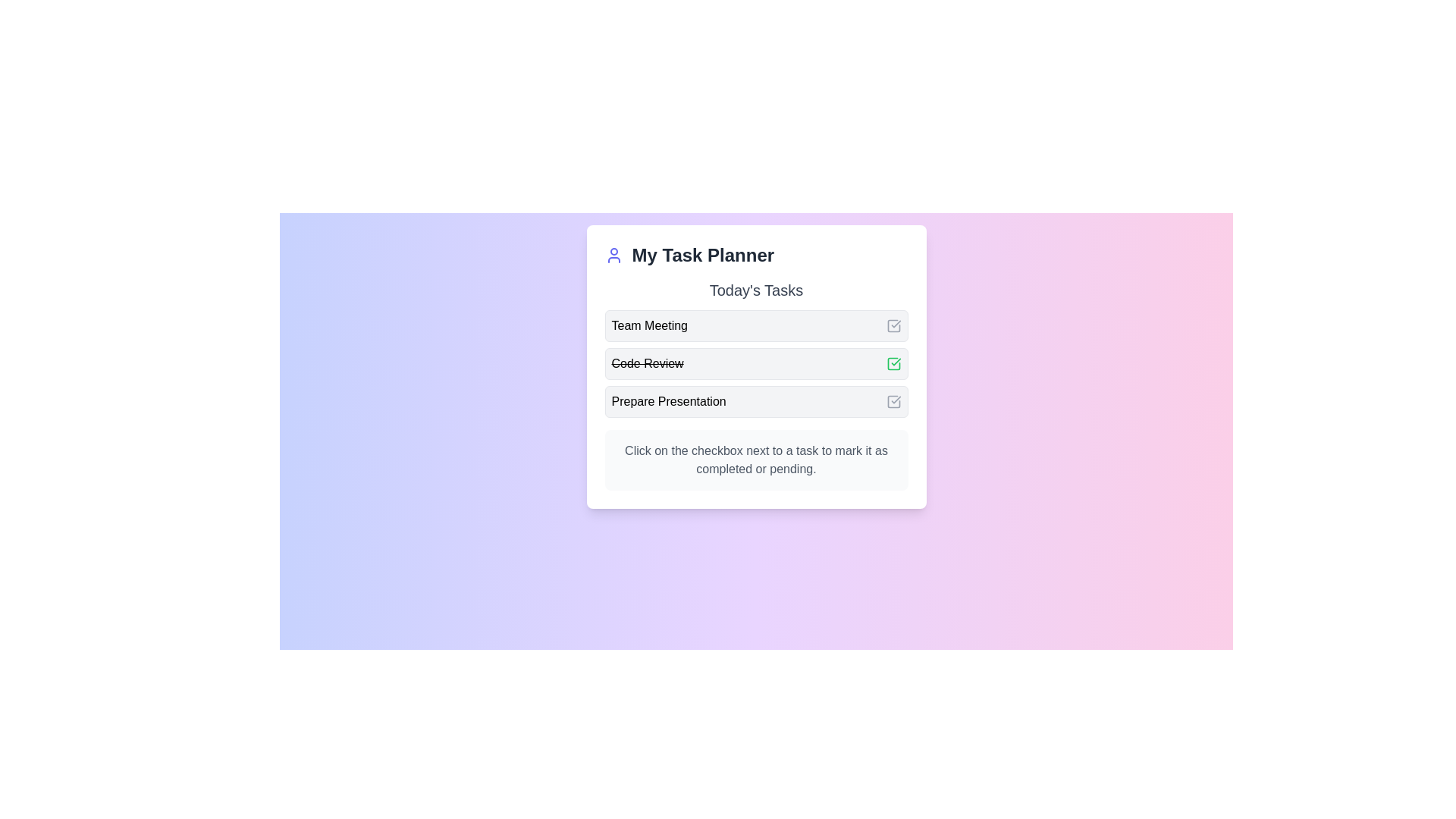 This screenshot has height=819, width=1456. Describe the element at coordinates (648, 363) in the screenshot. I see `the completed task text label in the 'Today's Tasks' section of 'My Task Planner', which is styled with a strike-through to indicate its status as done` at that location.